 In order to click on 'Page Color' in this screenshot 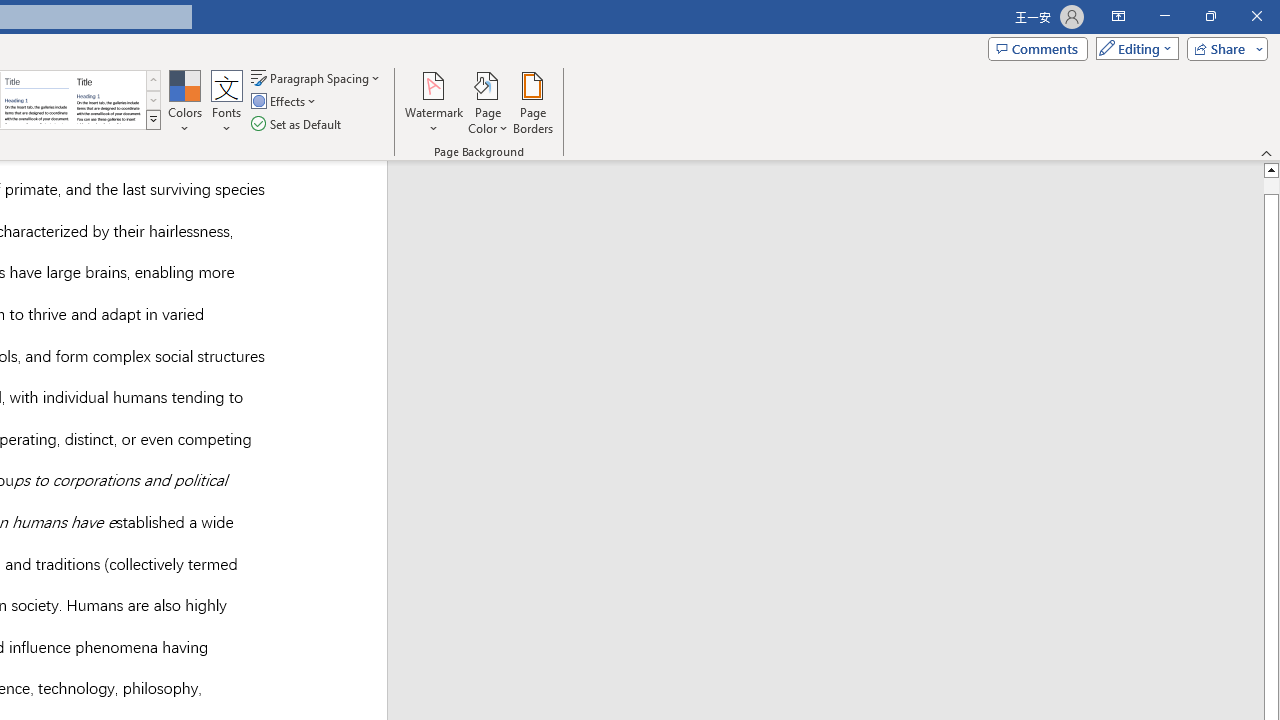, I will do `click(488, 103)`.